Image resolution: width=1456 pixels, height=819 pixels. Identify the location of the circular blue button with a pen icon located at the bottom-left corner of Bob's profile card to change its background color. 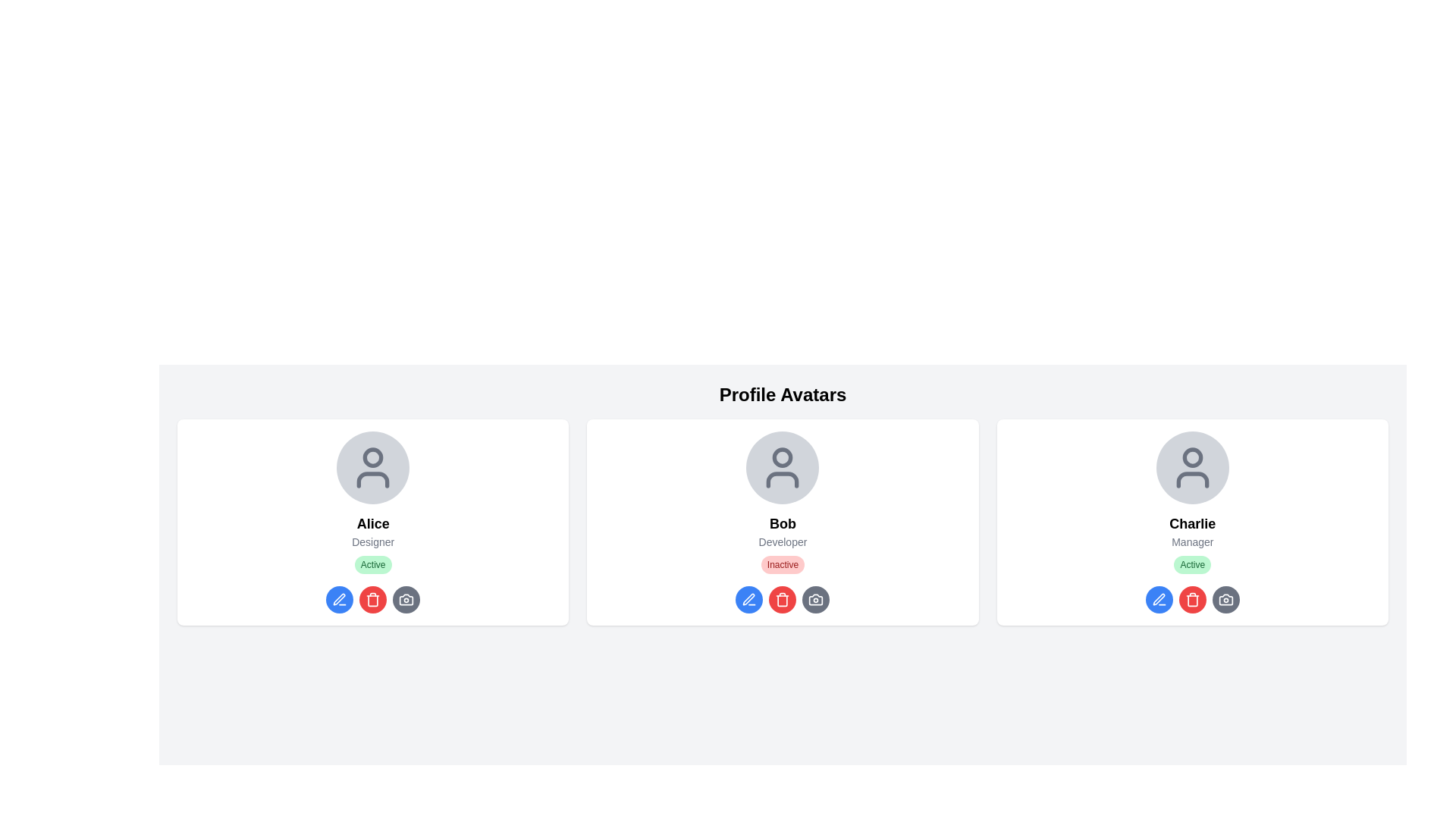
(749, 598).